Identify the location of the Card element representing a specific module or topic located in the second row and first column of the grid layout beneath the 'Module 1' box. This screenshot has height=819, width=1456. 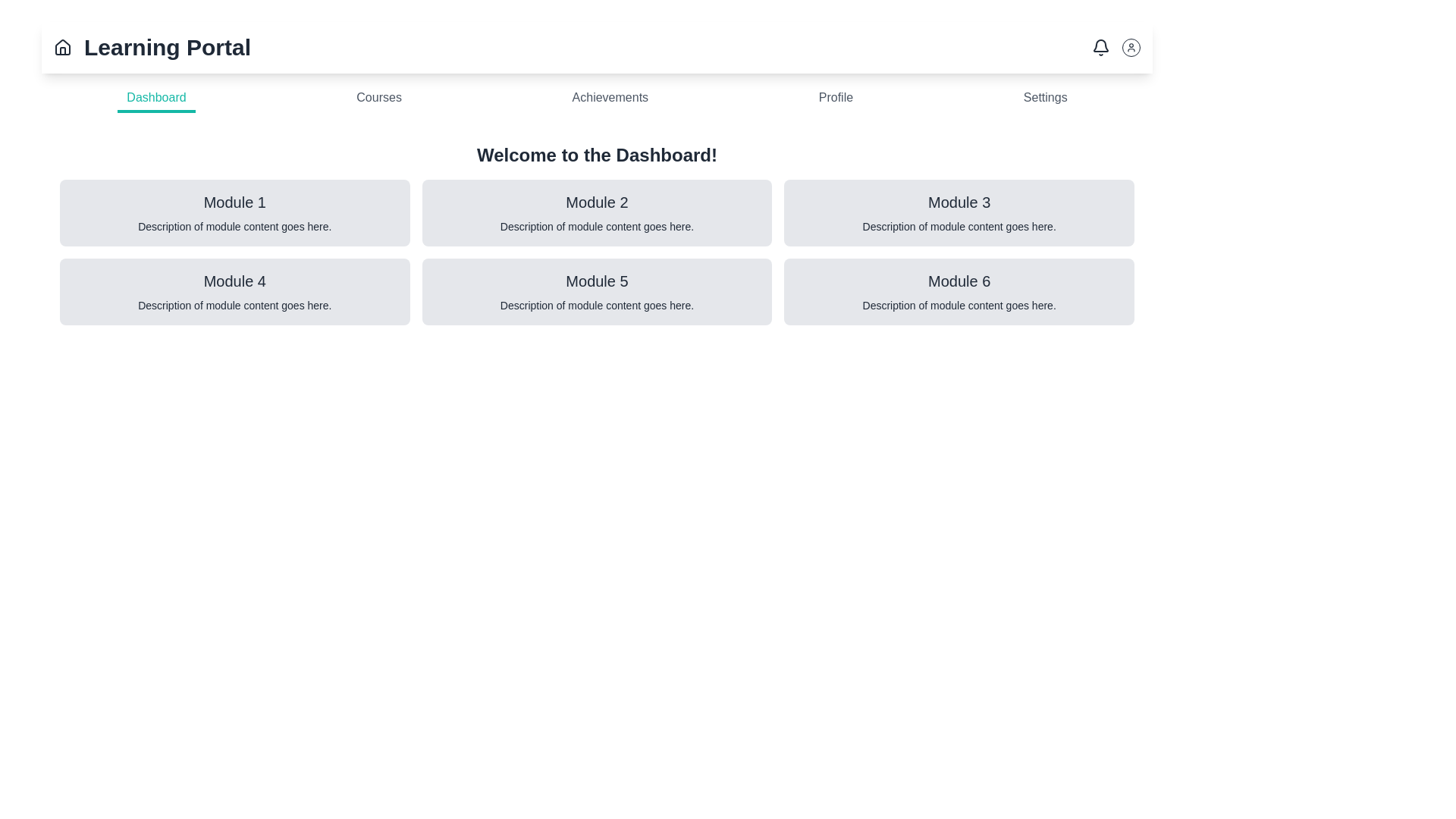
(234, 292).